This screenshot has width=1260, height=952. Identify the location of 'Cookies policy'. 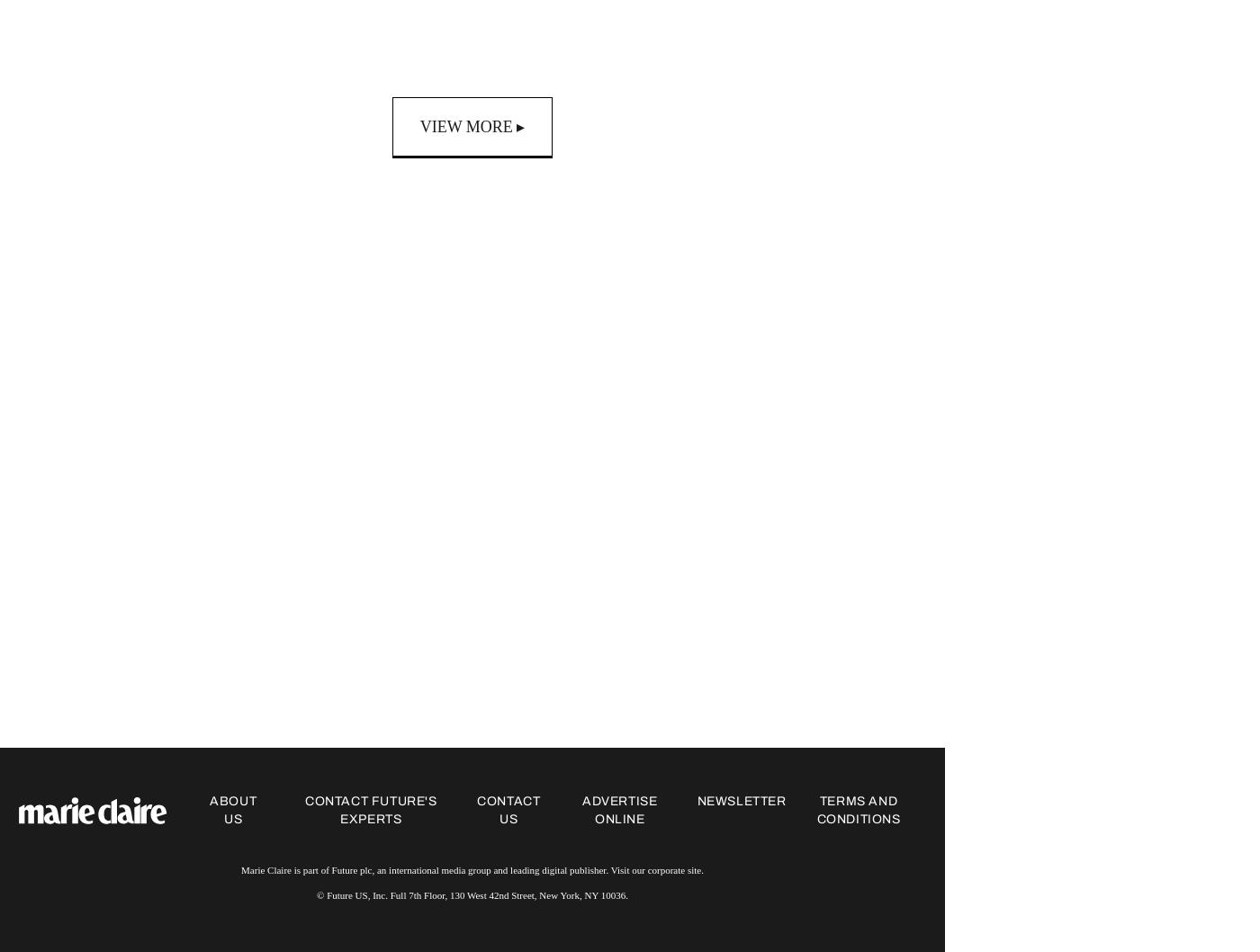
(1107, 810).